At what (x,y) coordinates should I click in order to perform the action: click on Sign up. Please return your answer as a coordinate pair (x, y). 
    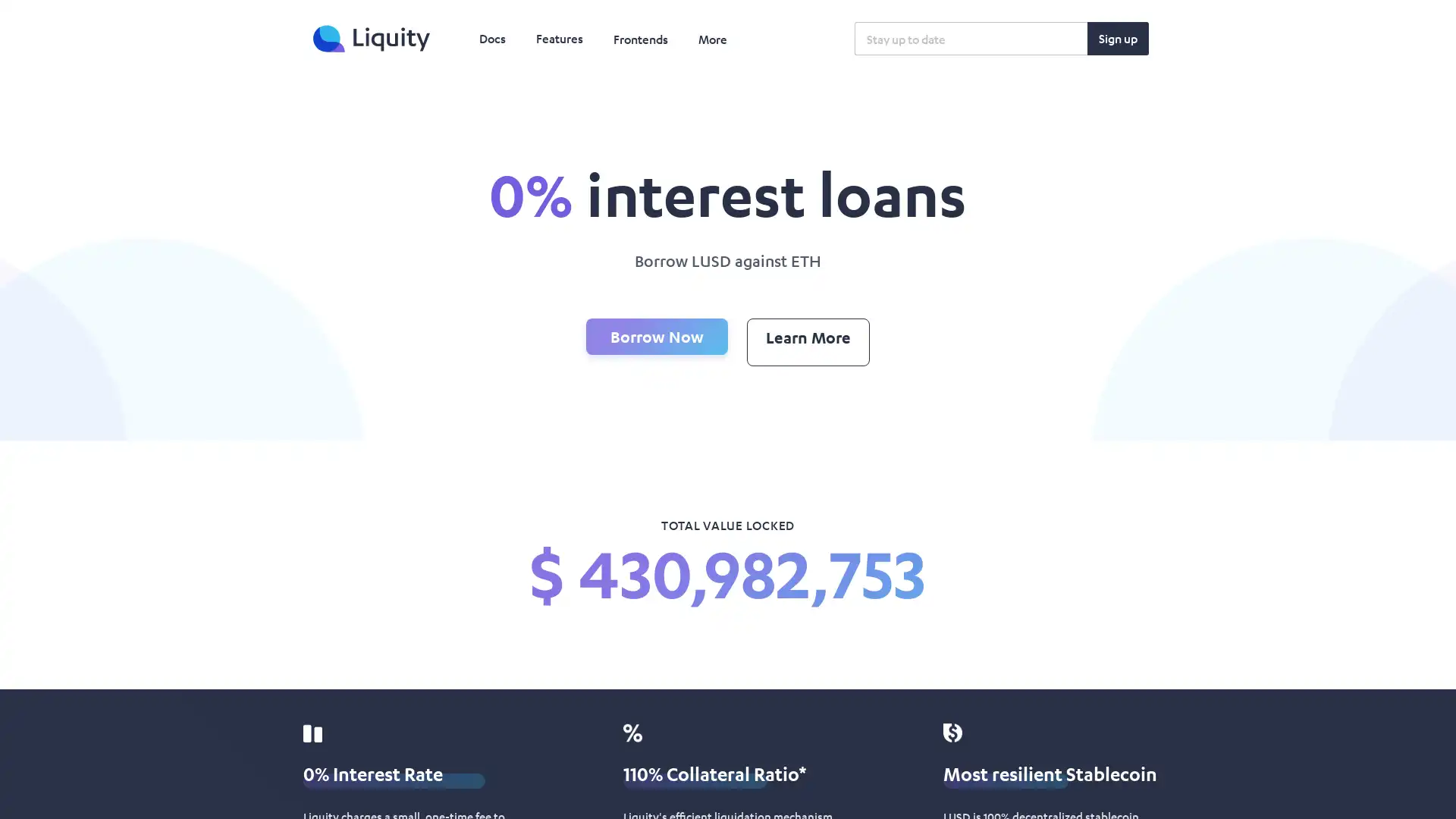
    Looking at the image, I should click on (1118, 37).